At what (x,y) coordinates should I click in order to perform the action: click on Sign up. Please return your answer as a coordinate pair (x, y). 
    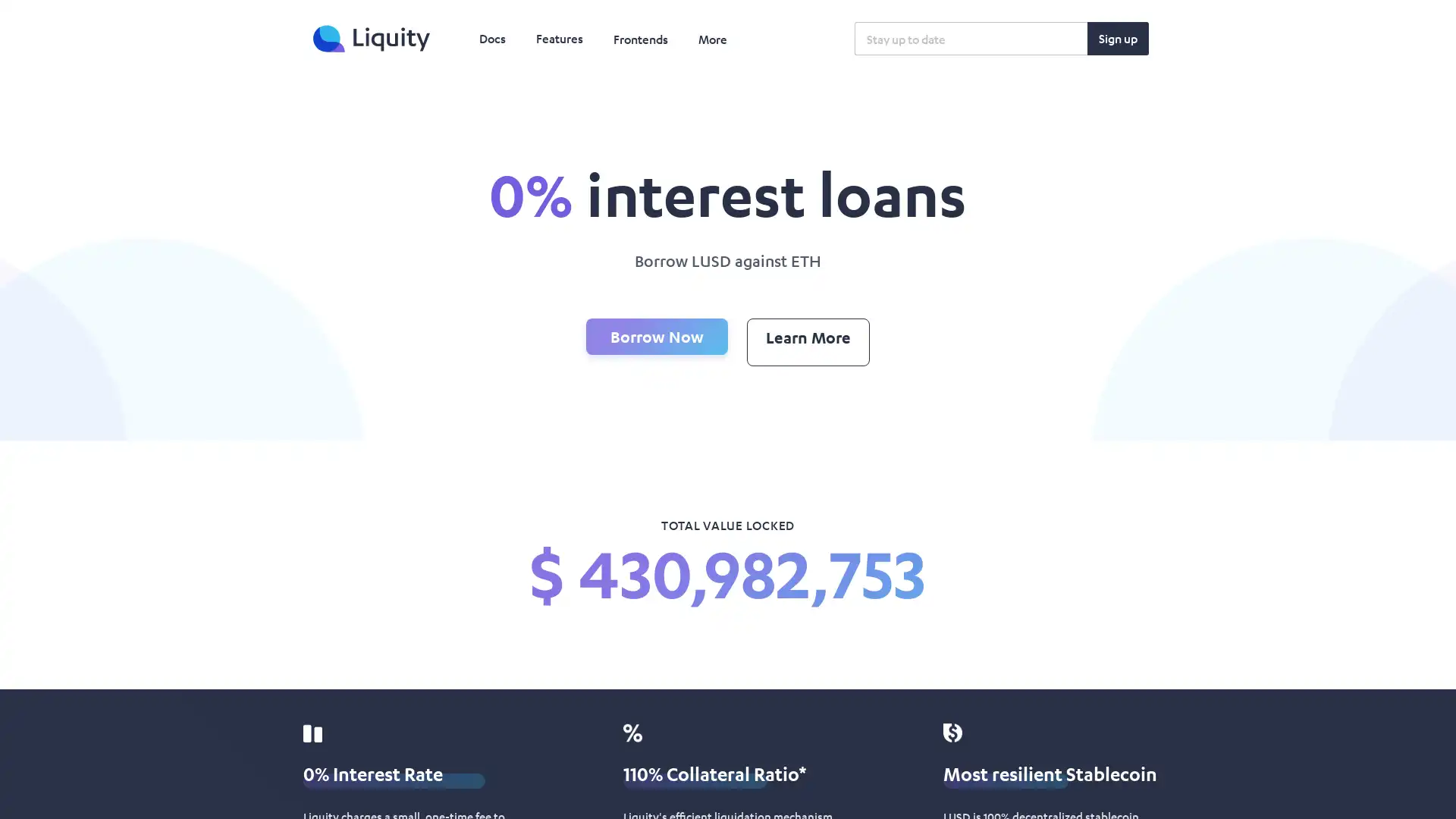
    Looking at the image, I should click on (1118, 37).